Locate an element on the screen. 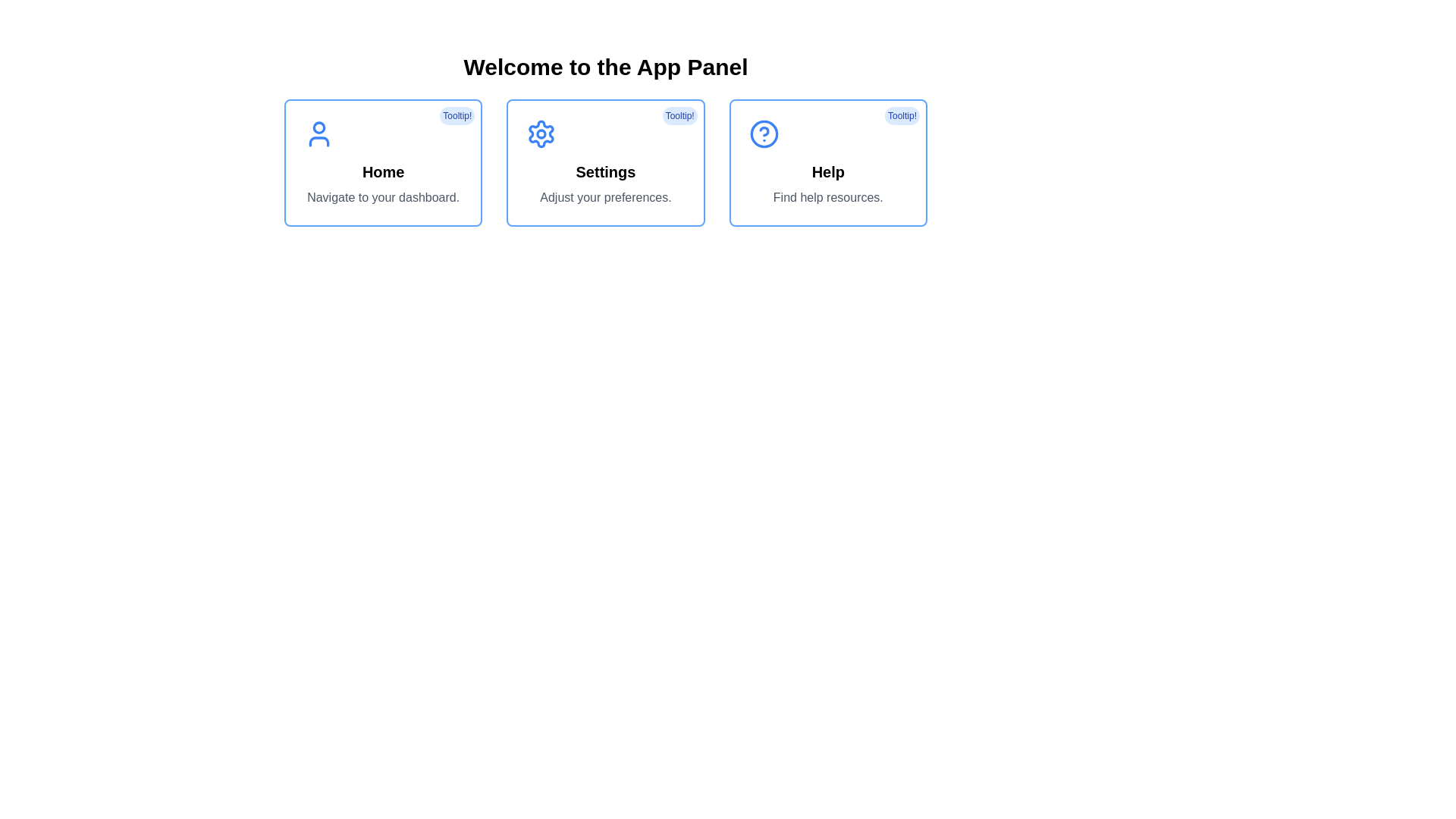  the graphical circle that is part of the user icon within the first card labeled 'Home' is located at coordinates (318, 127).